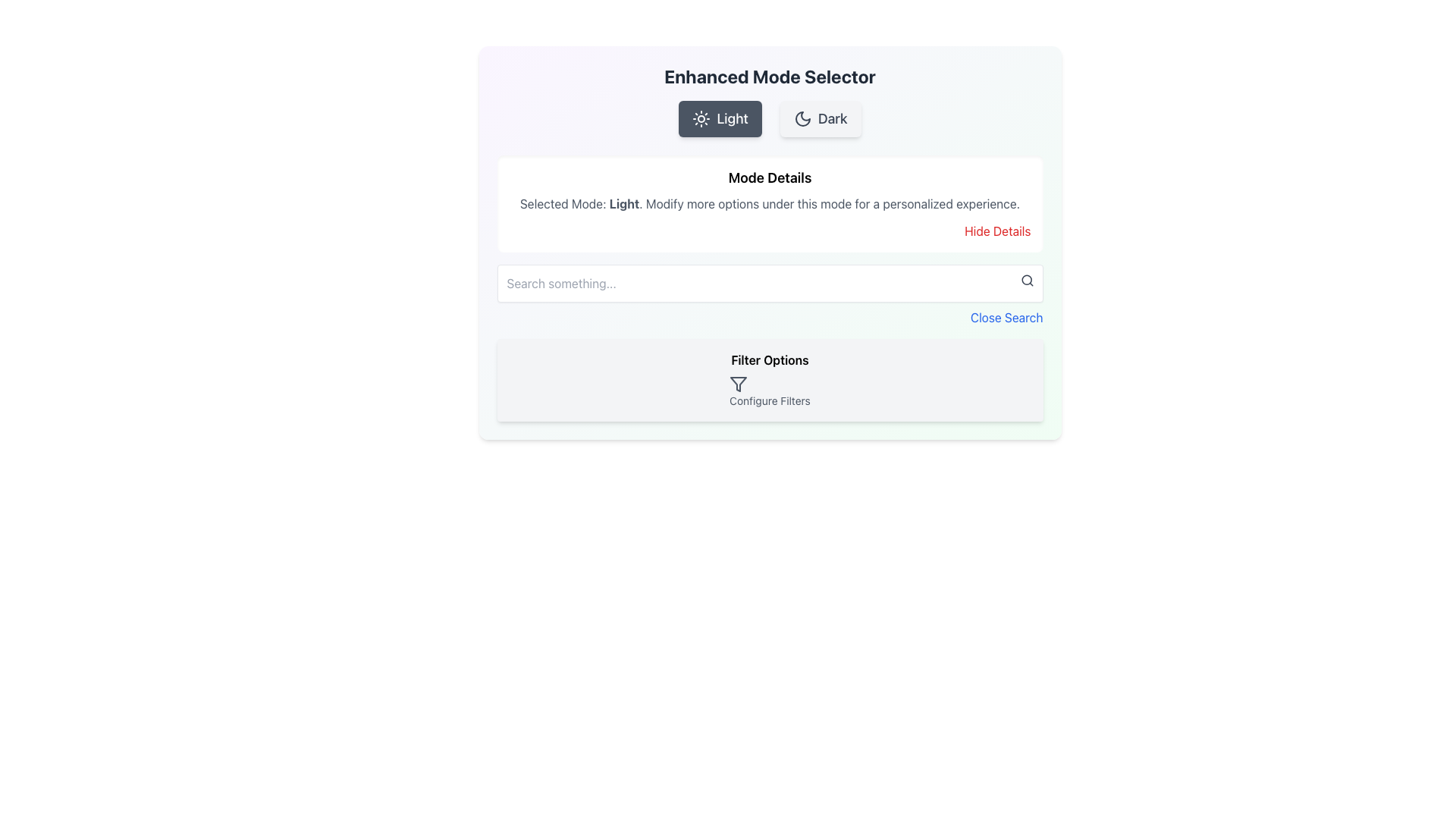 Image resolution: width=1456 pixels, height=819 pixels. I want to click on the red underlined text link 'Hide Details' located at the extreme right of the 'Mode Details' section to hide additional details, so click(997, 231).